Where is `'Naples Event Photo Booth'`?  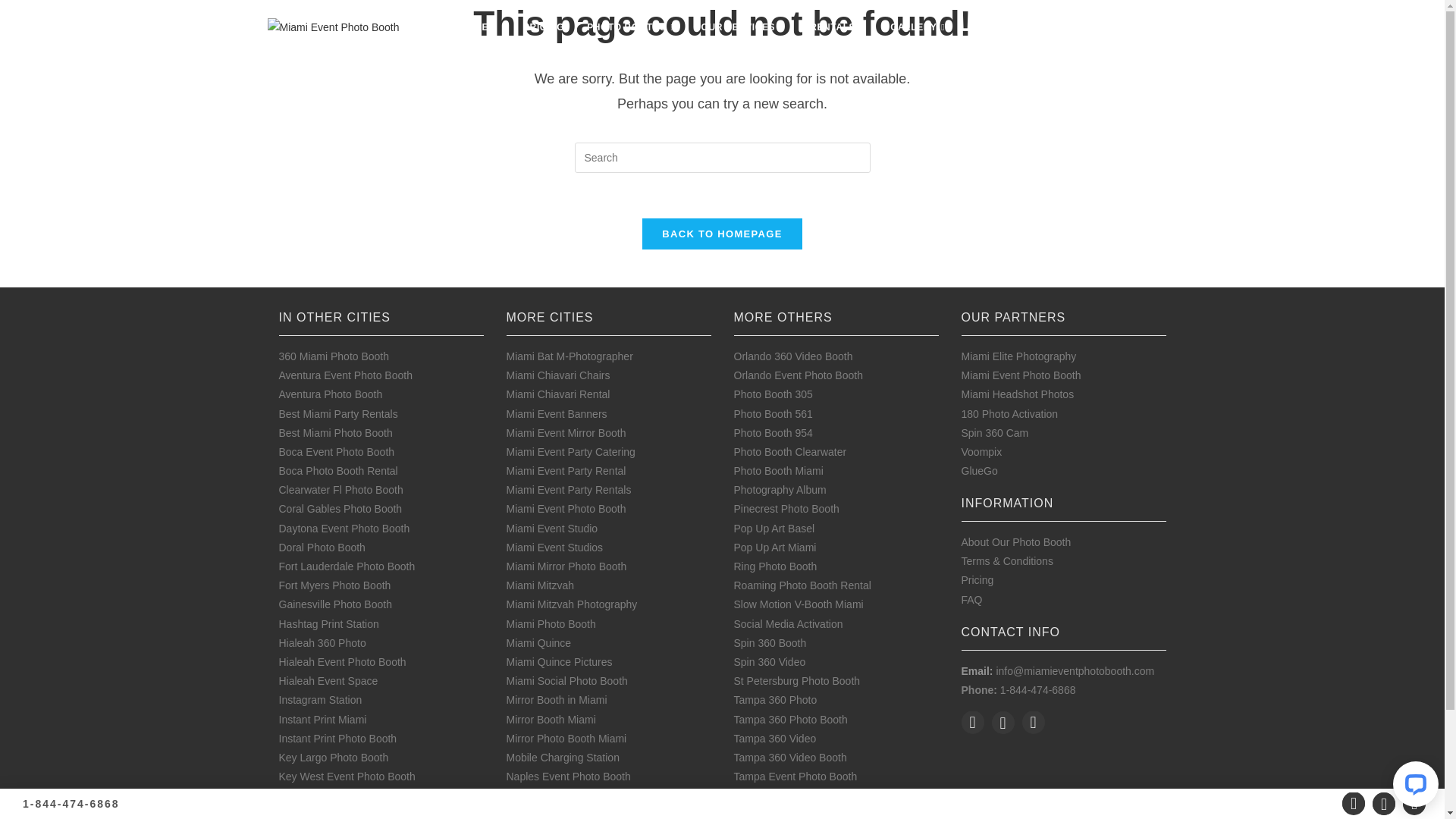
'Naples Event Photo Booth' is located at coordinates (567, 776).